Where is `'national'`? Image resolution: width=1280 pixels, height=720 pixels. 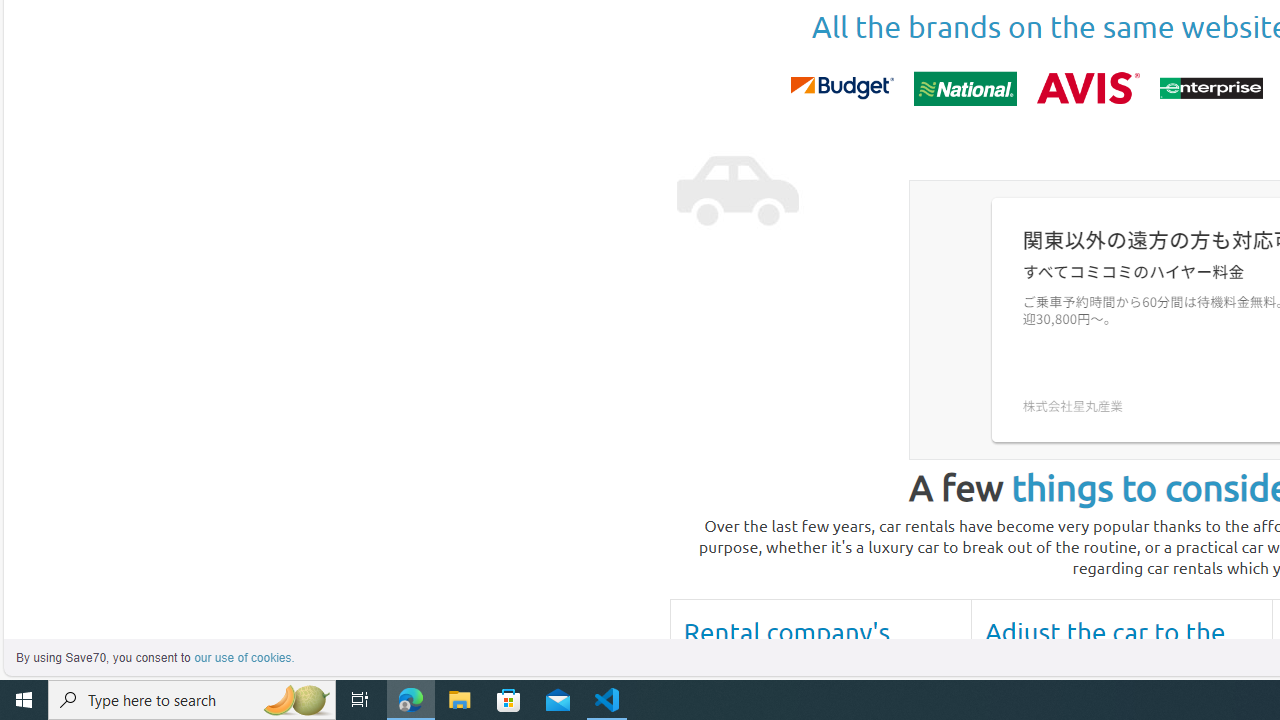 'national' is located at coordinates (965, 87).